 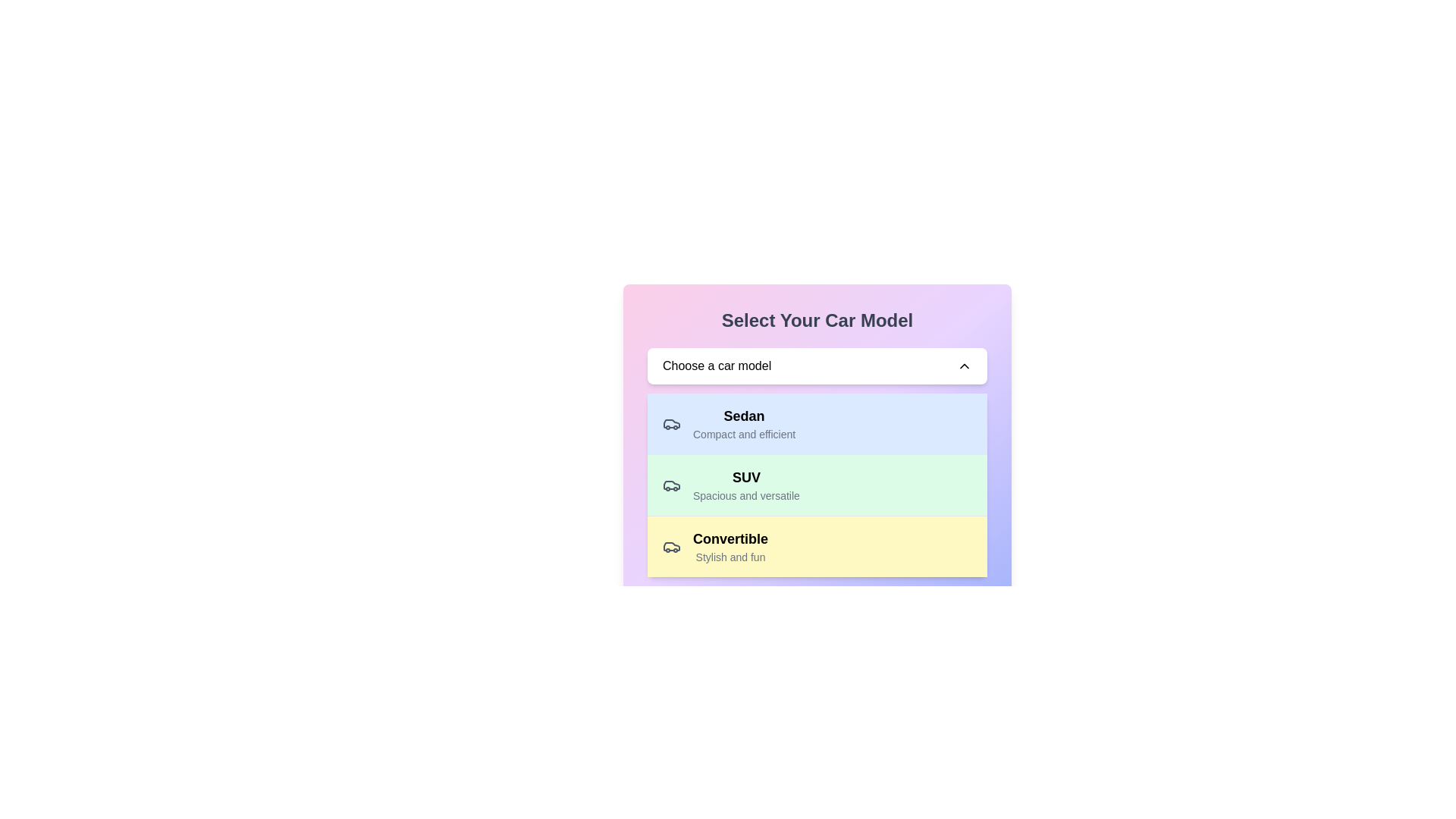 What do you see at coordinates (671, 547) in the screenshot?
I see `the car icon located to the left of the 'Convertible' text in the 'Select Your Car Model' dropdown menu to observe the associated tooltip or description` at bounding box center [671, 547].